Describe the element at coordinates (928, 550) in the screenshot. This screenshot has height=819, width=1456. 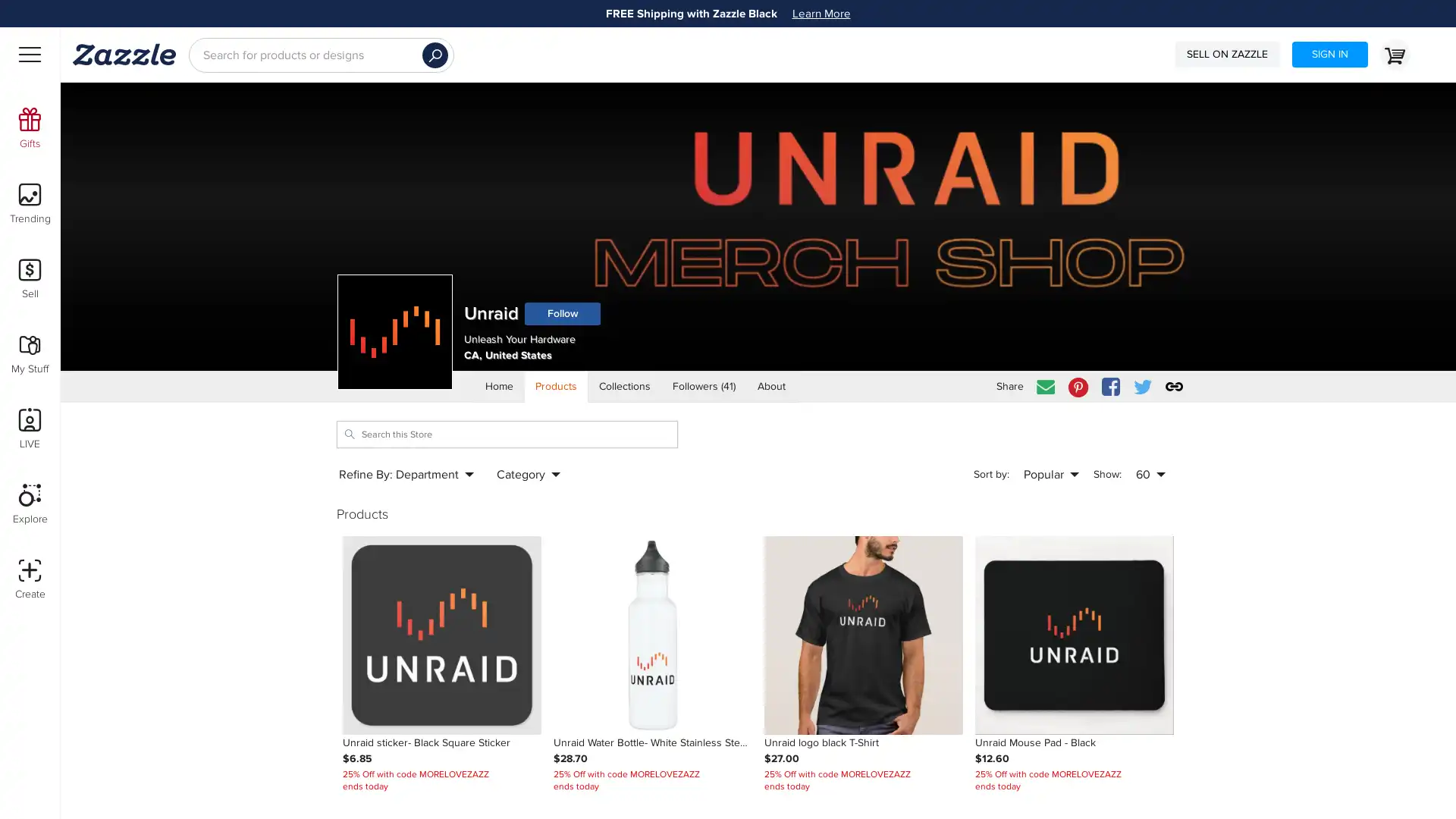
I see `Add to collection` at that location.